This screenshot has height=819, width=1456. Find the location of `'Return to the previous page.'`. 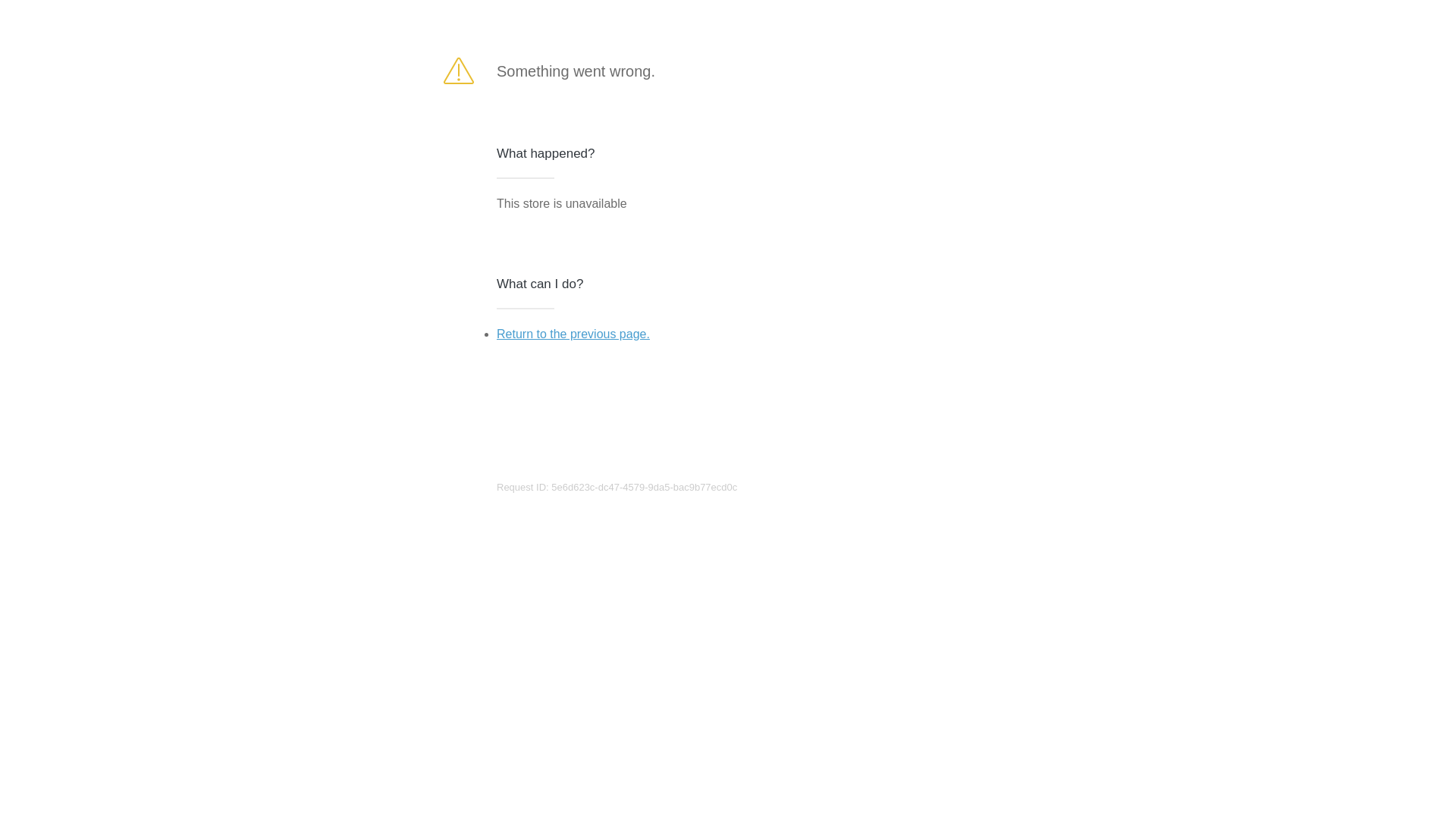

'Return to the previous page.' is located at coordinates (572, 333).